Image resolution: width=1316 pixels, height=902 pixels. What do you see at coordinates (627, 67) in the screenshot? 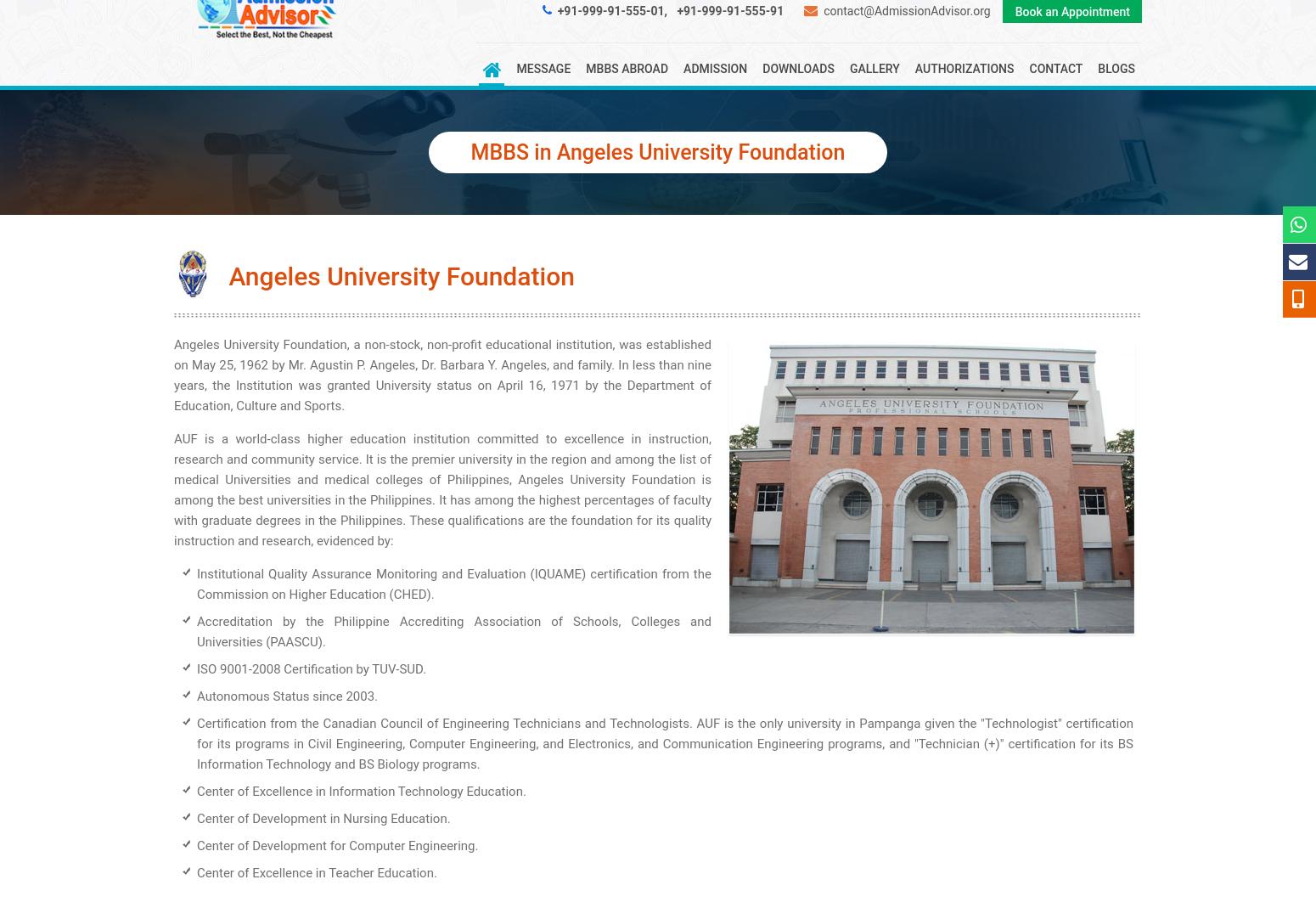
I see `'MBBS Abroad'` at bounding box center [627, 67].